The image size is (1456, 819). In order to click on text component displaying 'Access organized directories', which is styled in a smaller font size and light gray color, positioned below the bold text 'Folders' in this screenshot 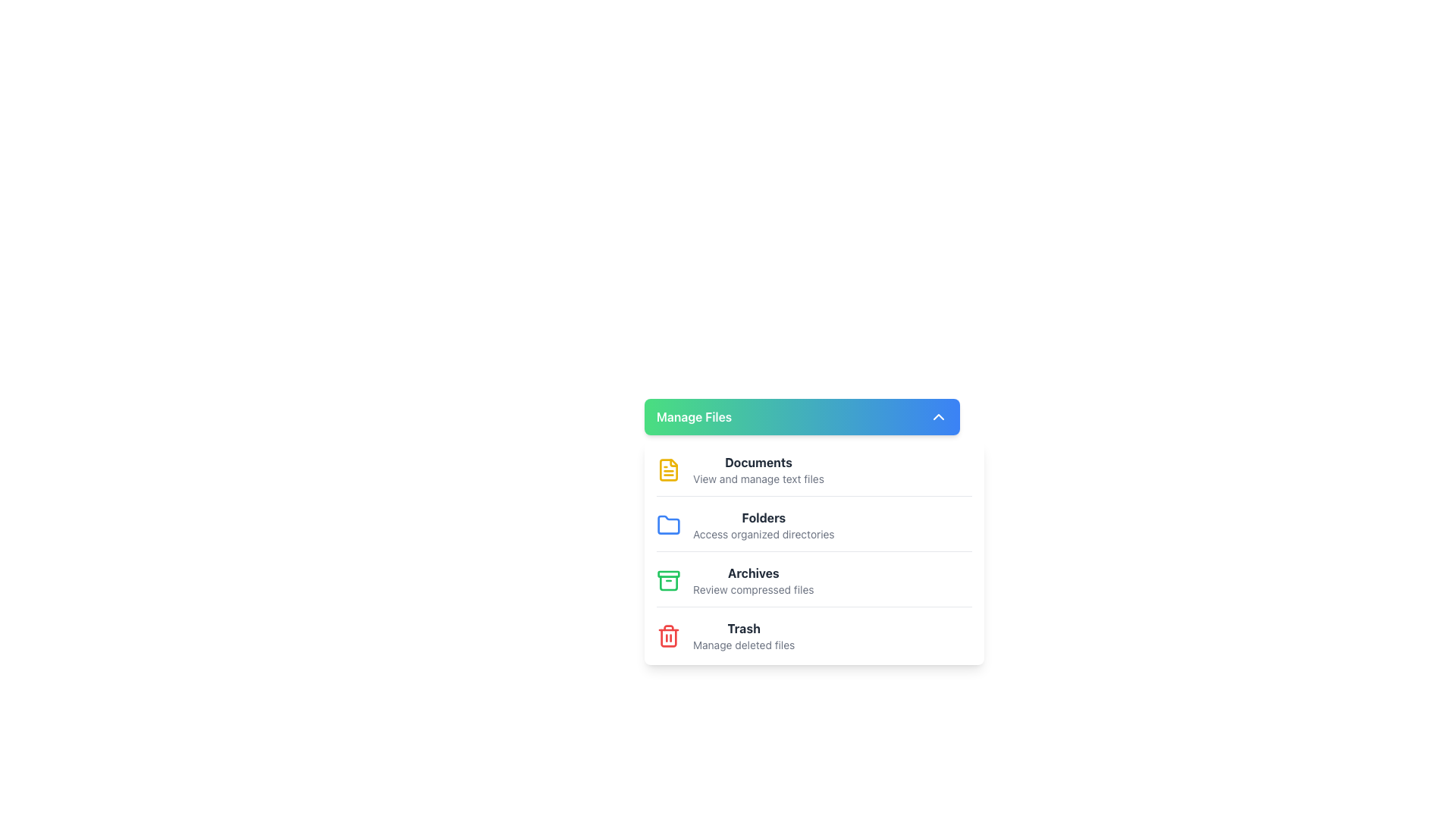, I will do `click(764, 534)`.